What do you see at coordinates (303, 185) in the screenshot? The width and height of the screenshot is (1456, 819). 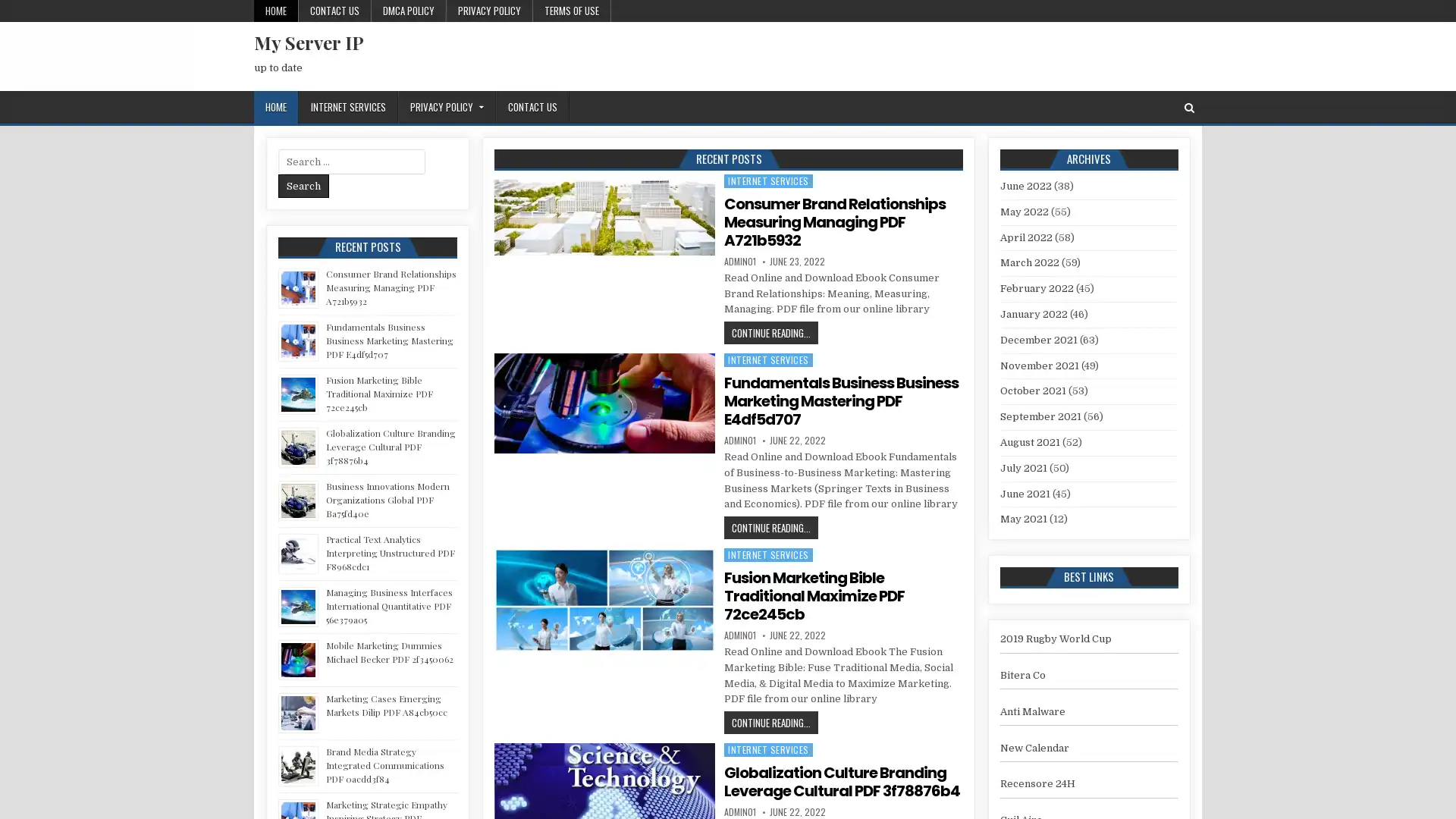 I see `Search` at bounding box center [303, 185].